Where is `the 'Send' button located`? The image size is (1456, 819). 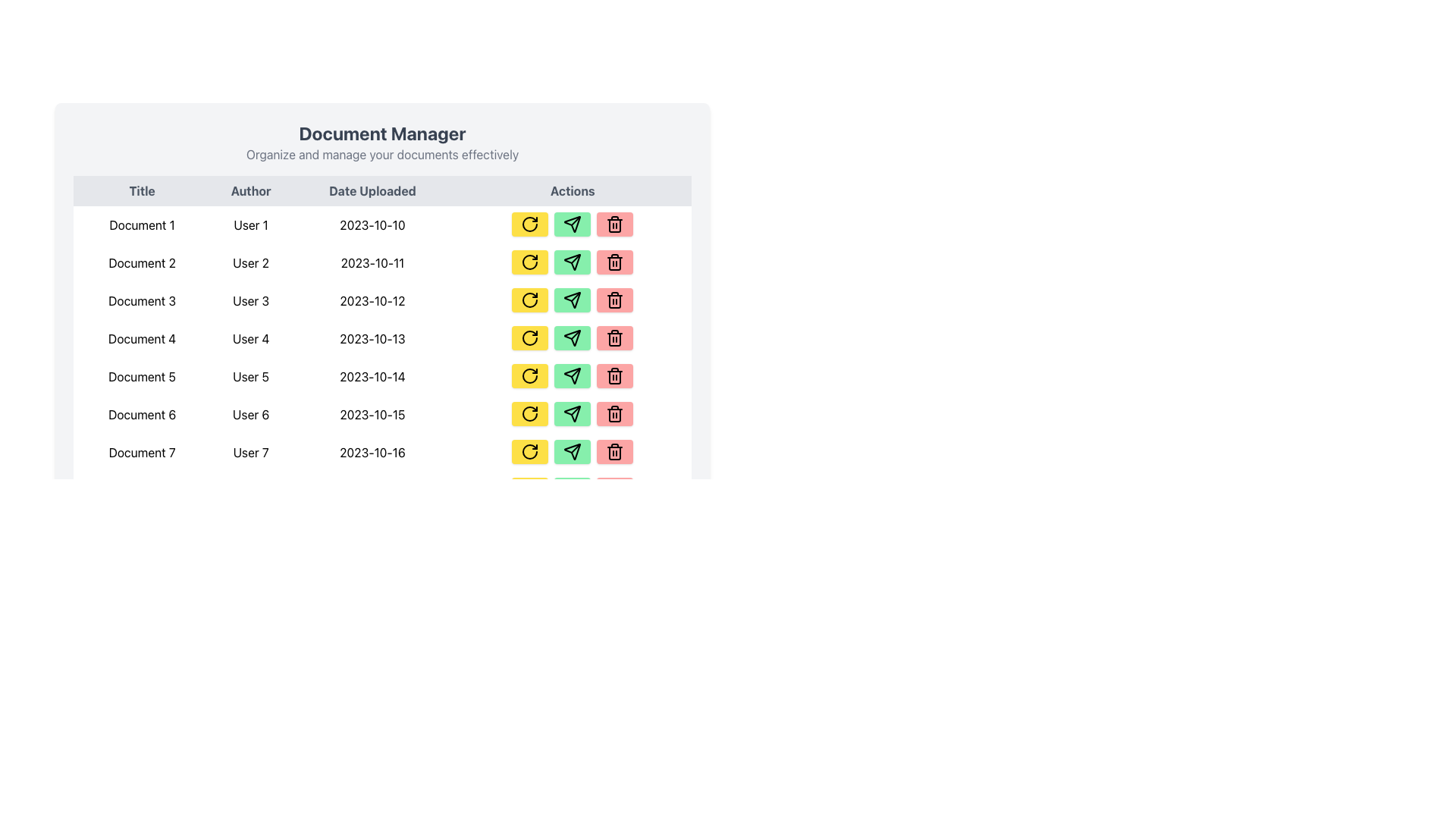
the 'Send' button located is located at coordinates (572, 300).